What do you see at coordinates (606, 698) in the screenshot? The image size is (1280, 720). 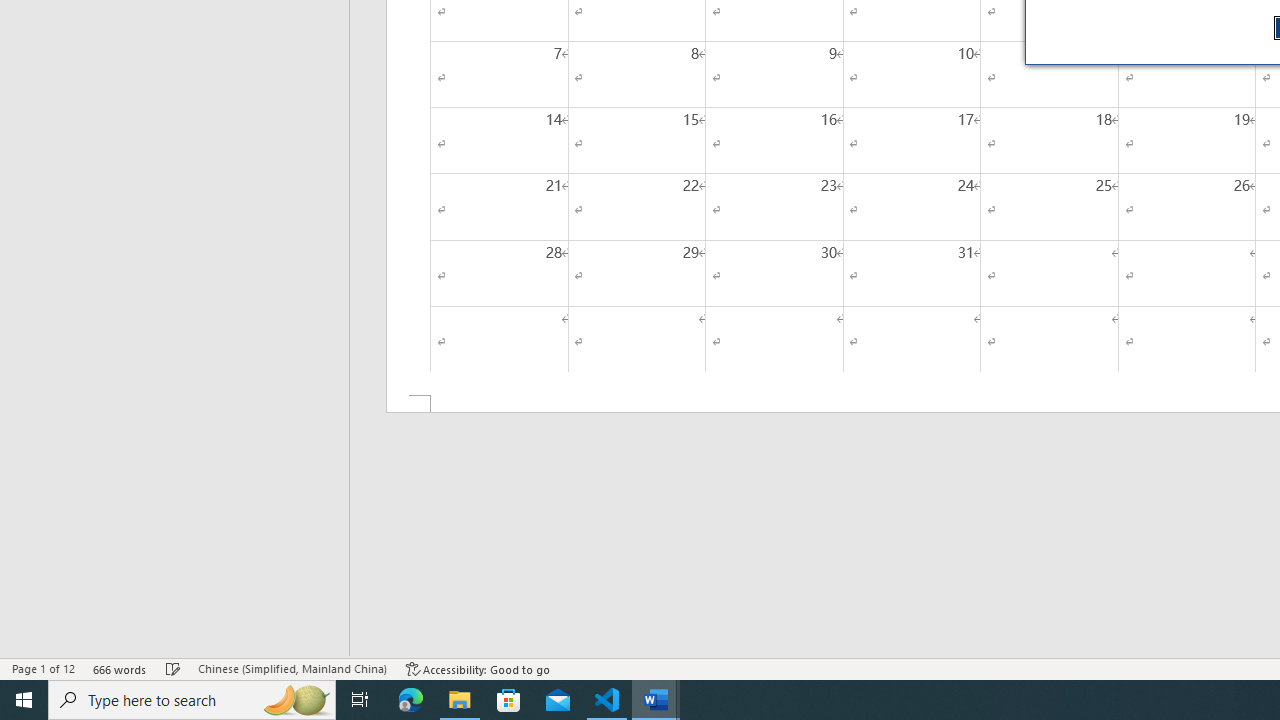 I see `'Visual Studio Code - 1 running window'` at bounding box center [606, 698].